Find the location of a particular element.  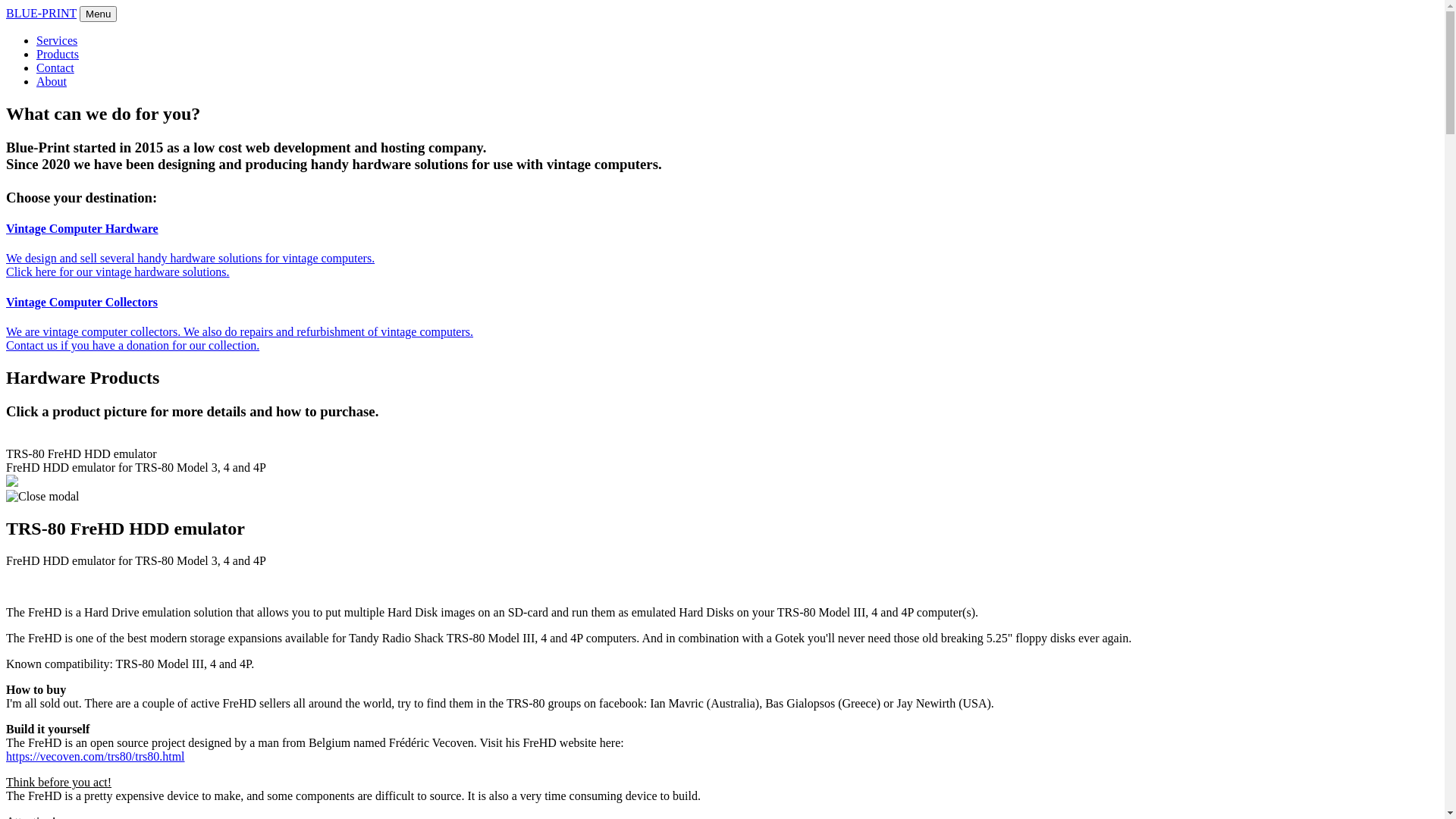

'Contact' is located at coordinates (55, 67).